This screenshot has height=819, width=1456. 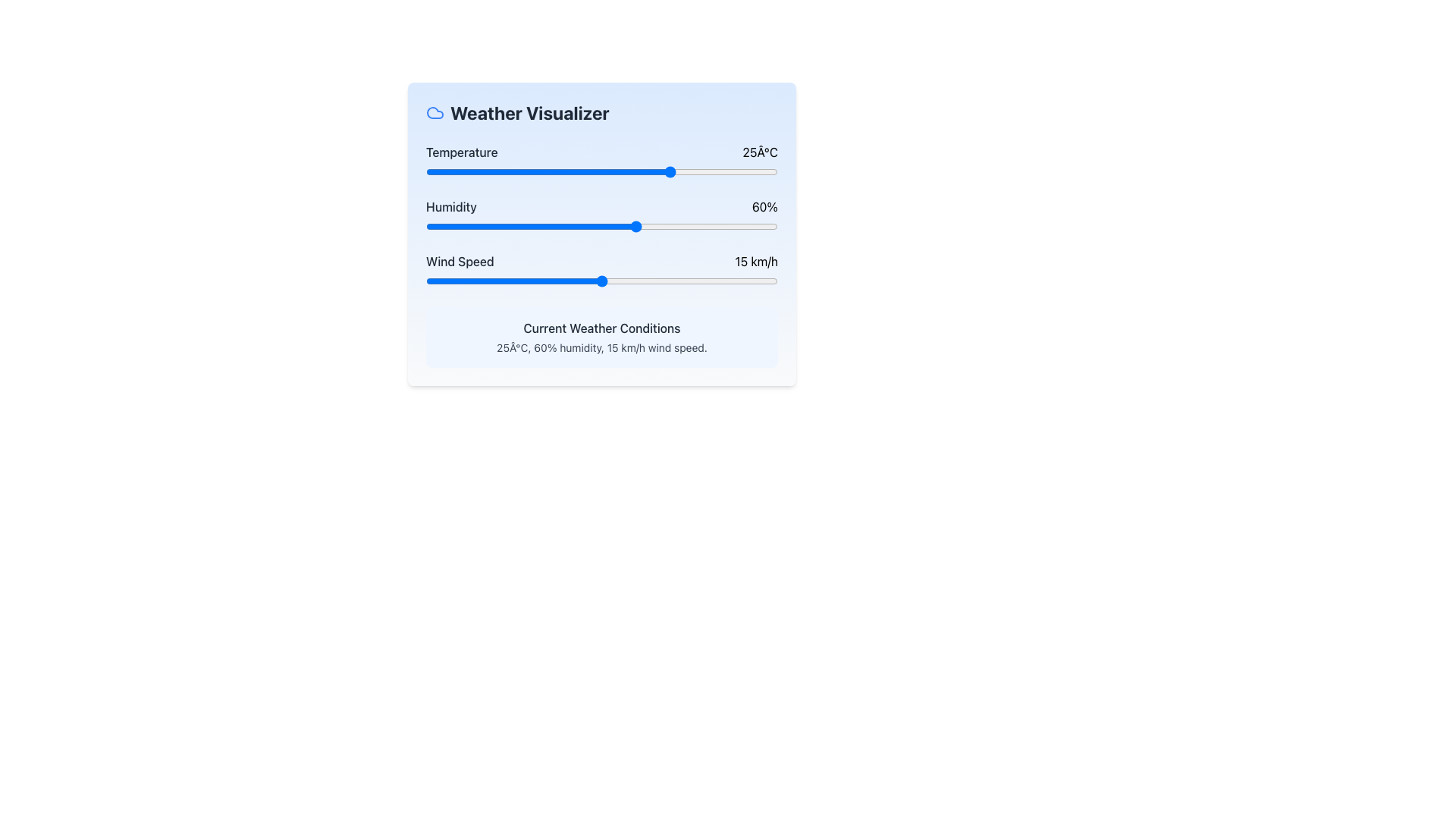 I want to click on the Header element with an icon that serves as the title of the weather data card, located at the top of the card above the 'Temperature' section, so click(x=601, y=112).